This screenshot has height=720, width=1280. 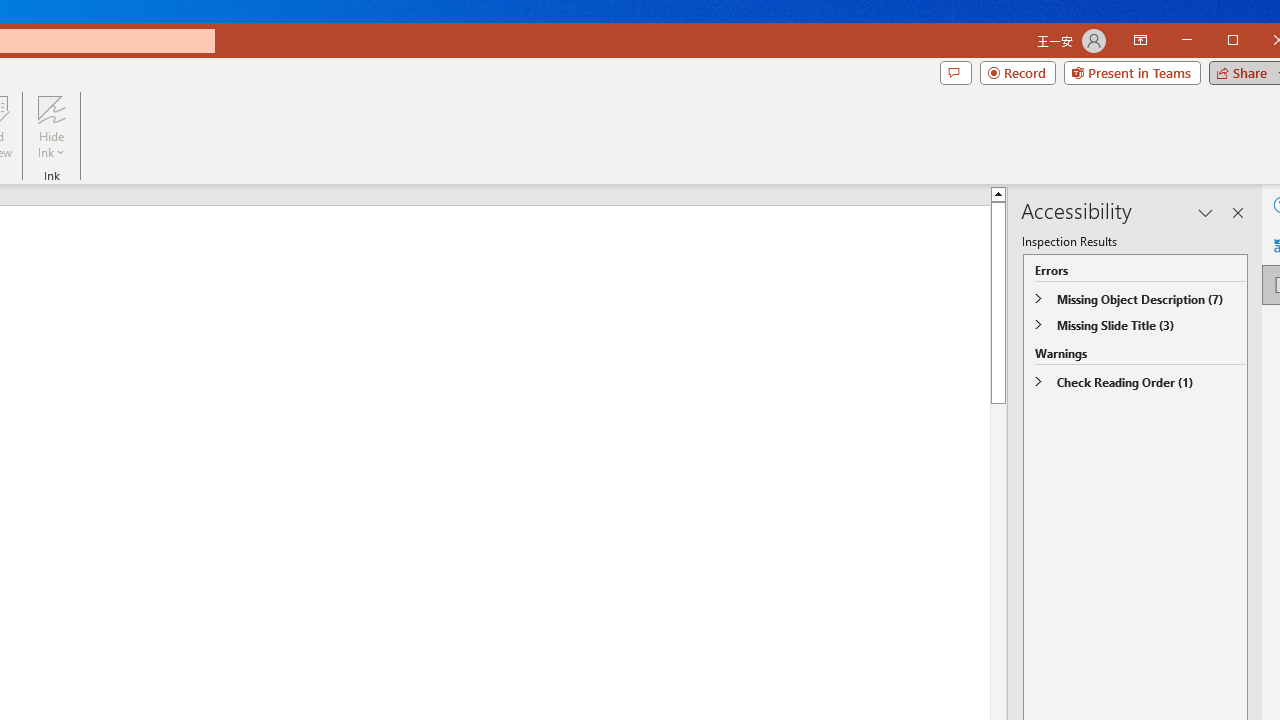 I want to click on 'Hide Ink', so click(x=51, y=109).